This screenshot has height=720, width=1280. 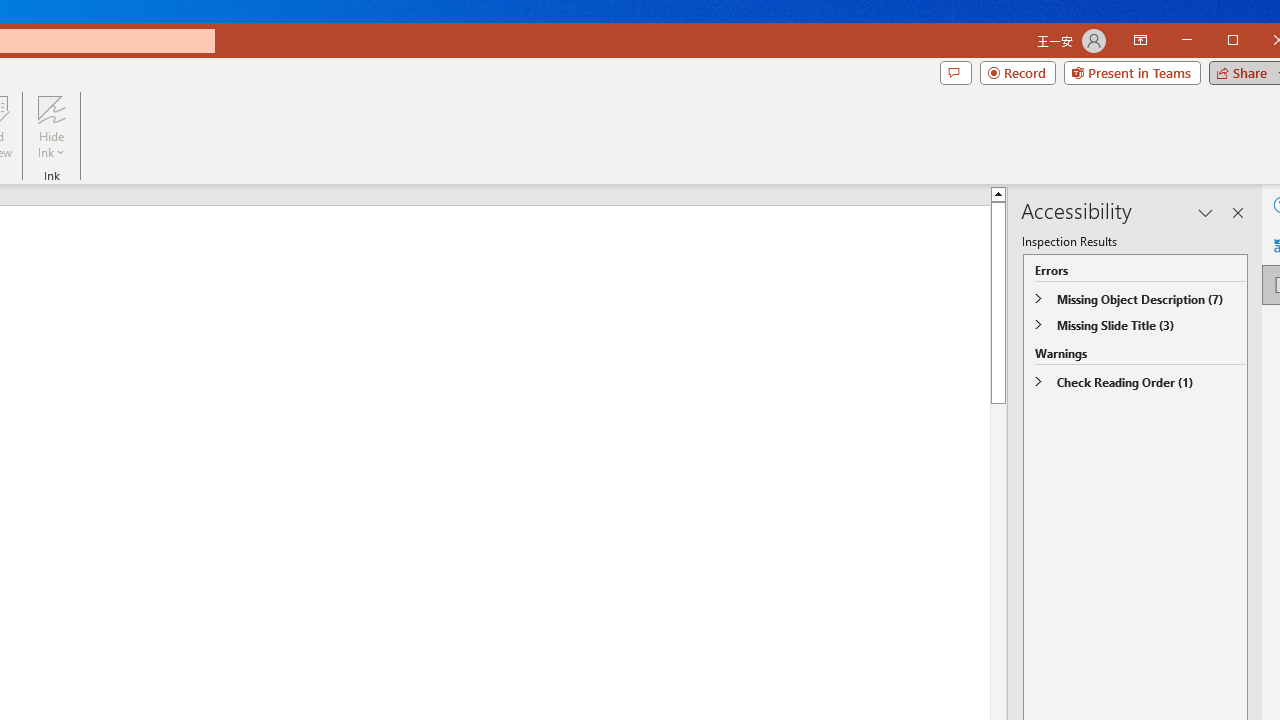 I want to click on 'Hide Ink', so click(x=51, y=109).